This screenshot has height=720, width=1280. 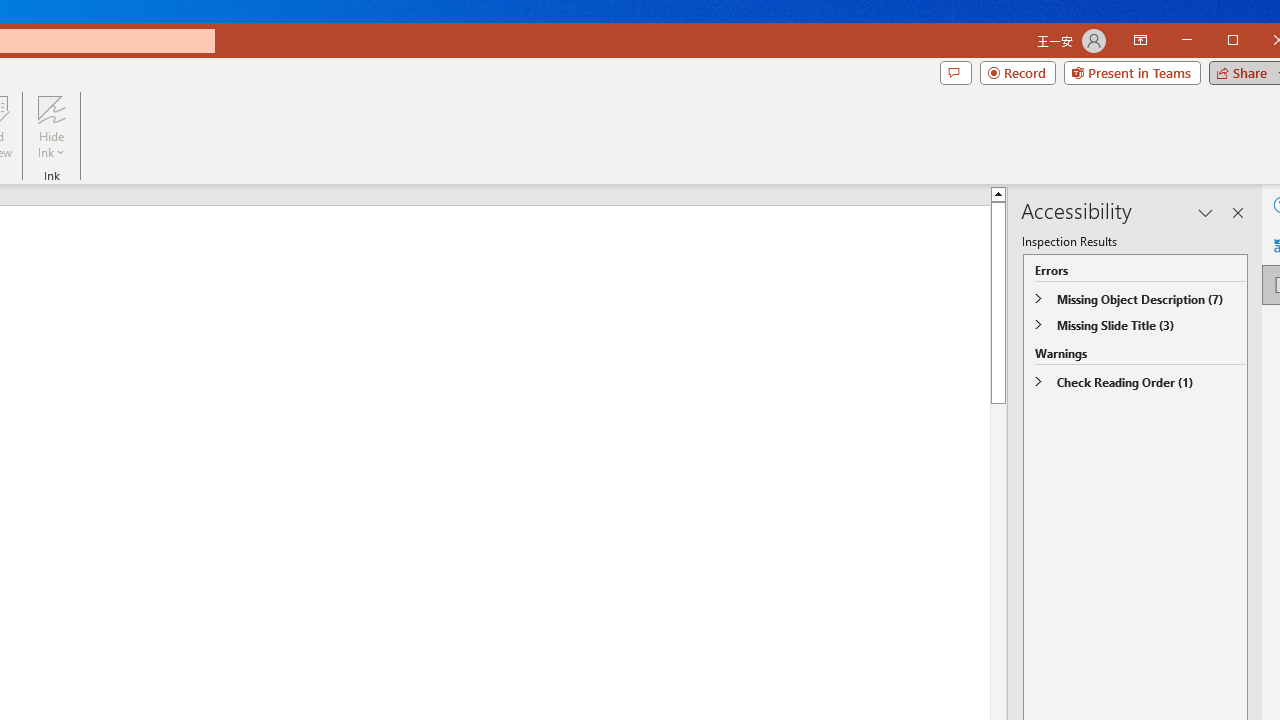 I want to click on 'Hide Ink', so click(x=51, y=109).